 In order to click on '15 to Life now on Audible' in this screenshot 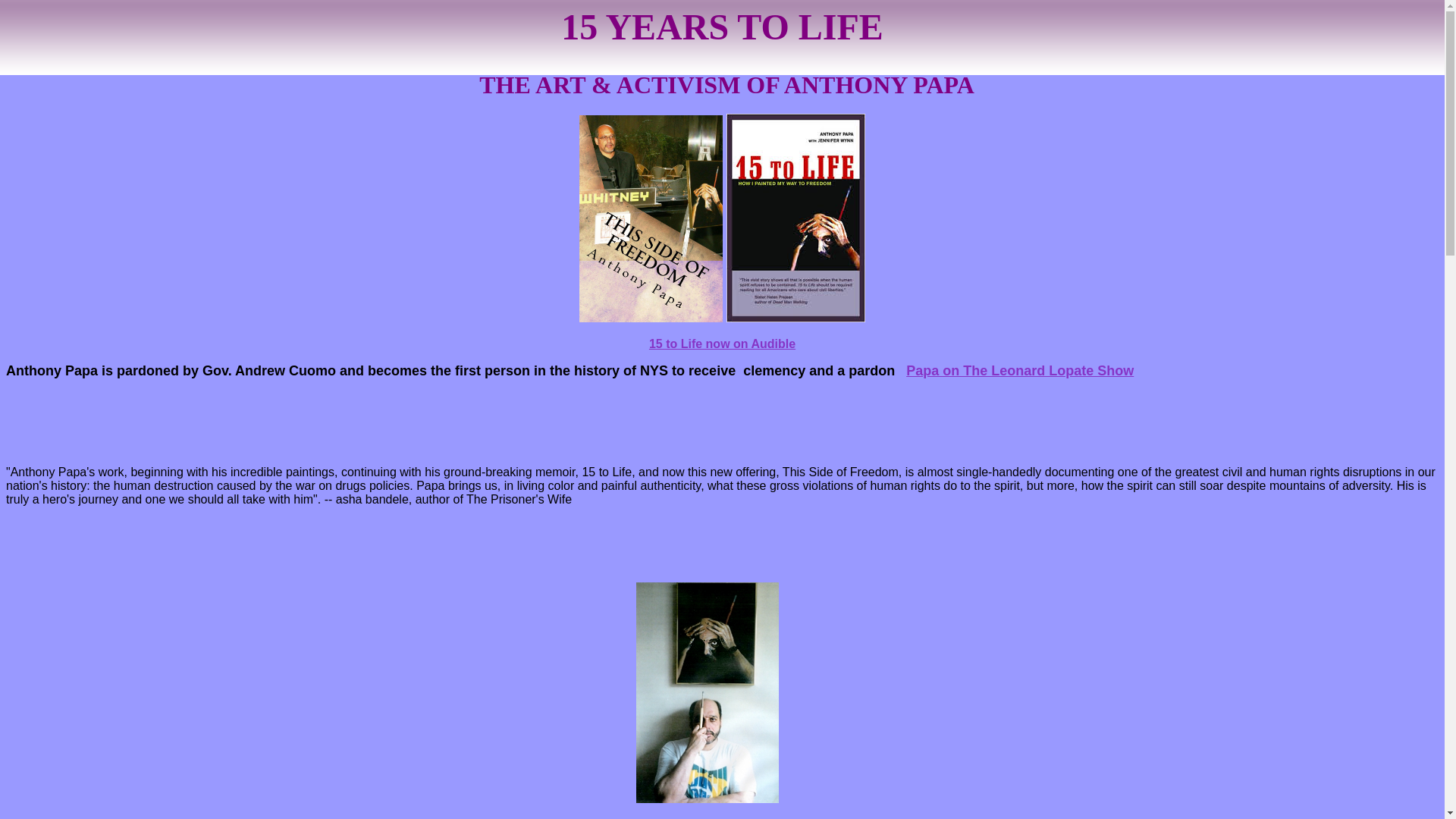, I will do `click(721, 344)`.